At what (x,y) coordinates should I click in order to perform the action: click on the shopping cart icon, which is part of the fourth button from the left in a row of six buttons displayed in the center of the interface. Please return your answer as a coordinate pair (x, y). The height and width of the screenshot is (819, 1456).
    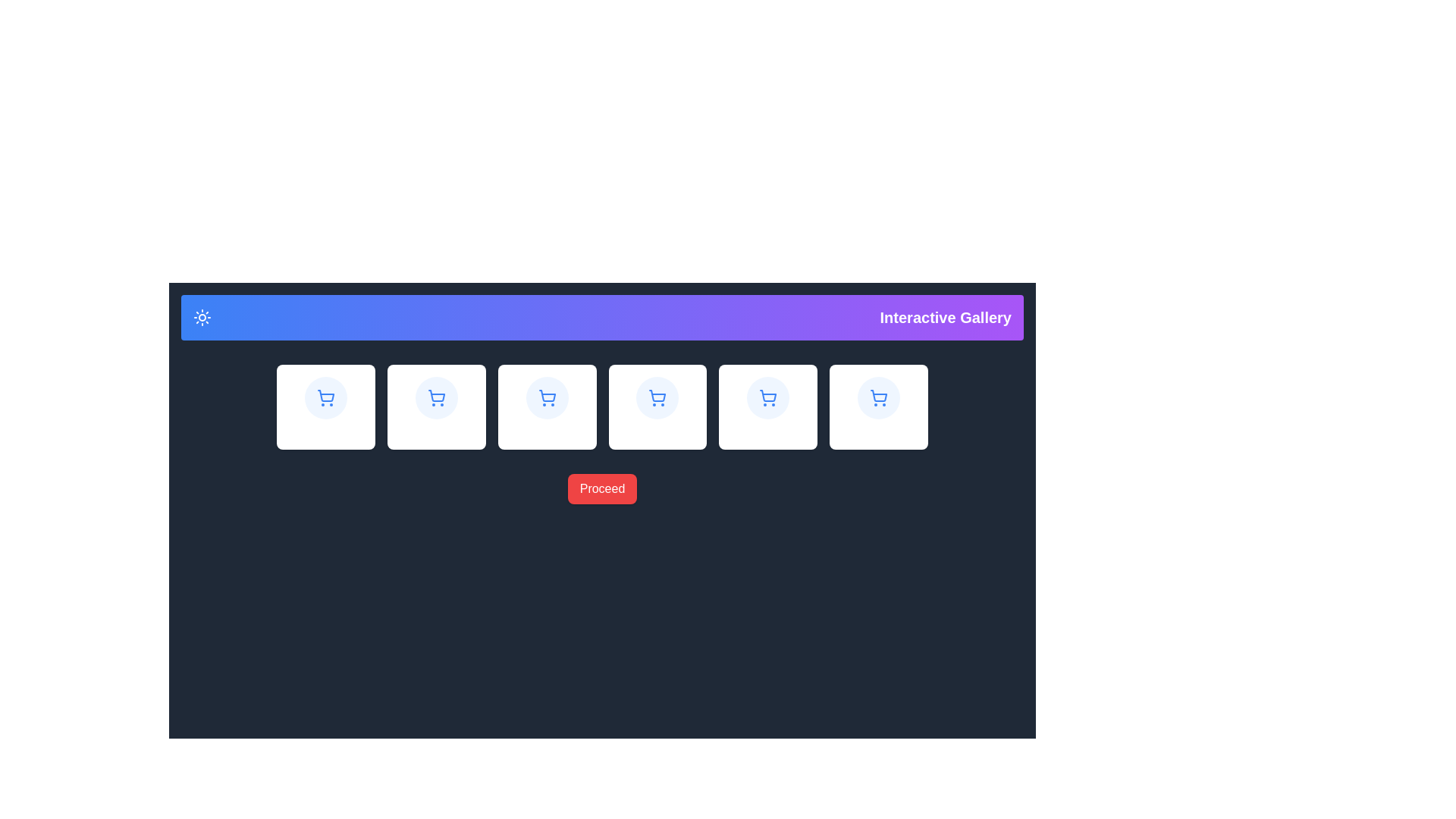
    Looking at the image, I should click on (657, 395).